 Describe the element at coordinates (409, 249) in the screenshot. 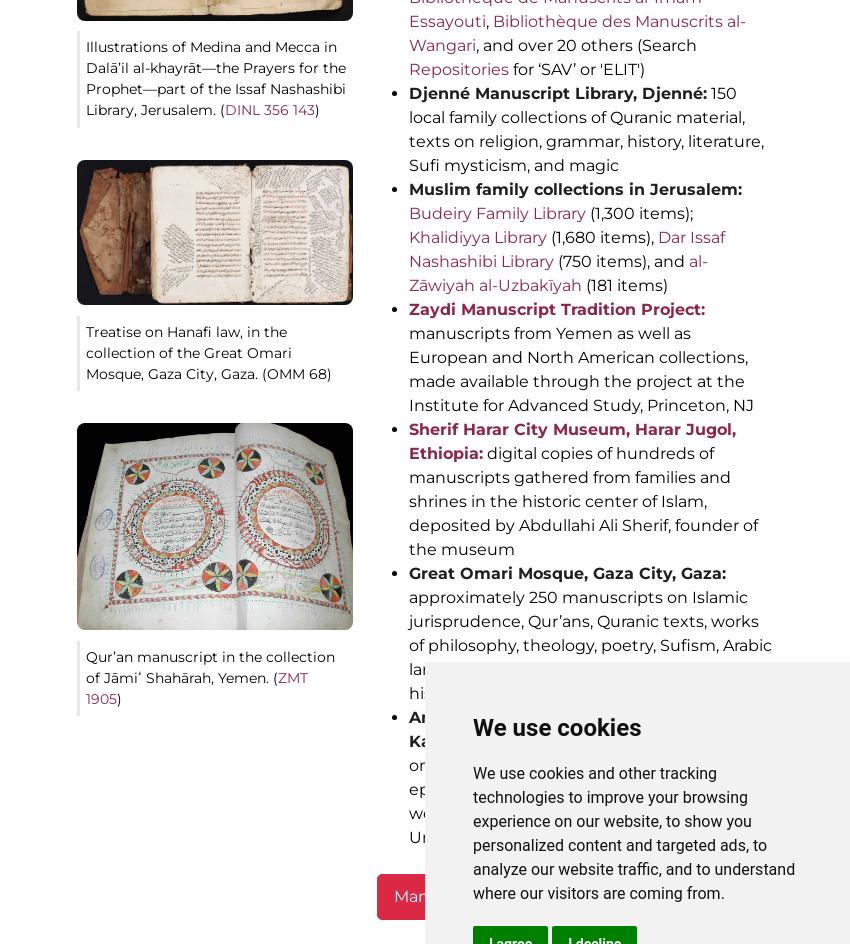

I see `'Dar Issaf Nashashibi Library'` at that location.